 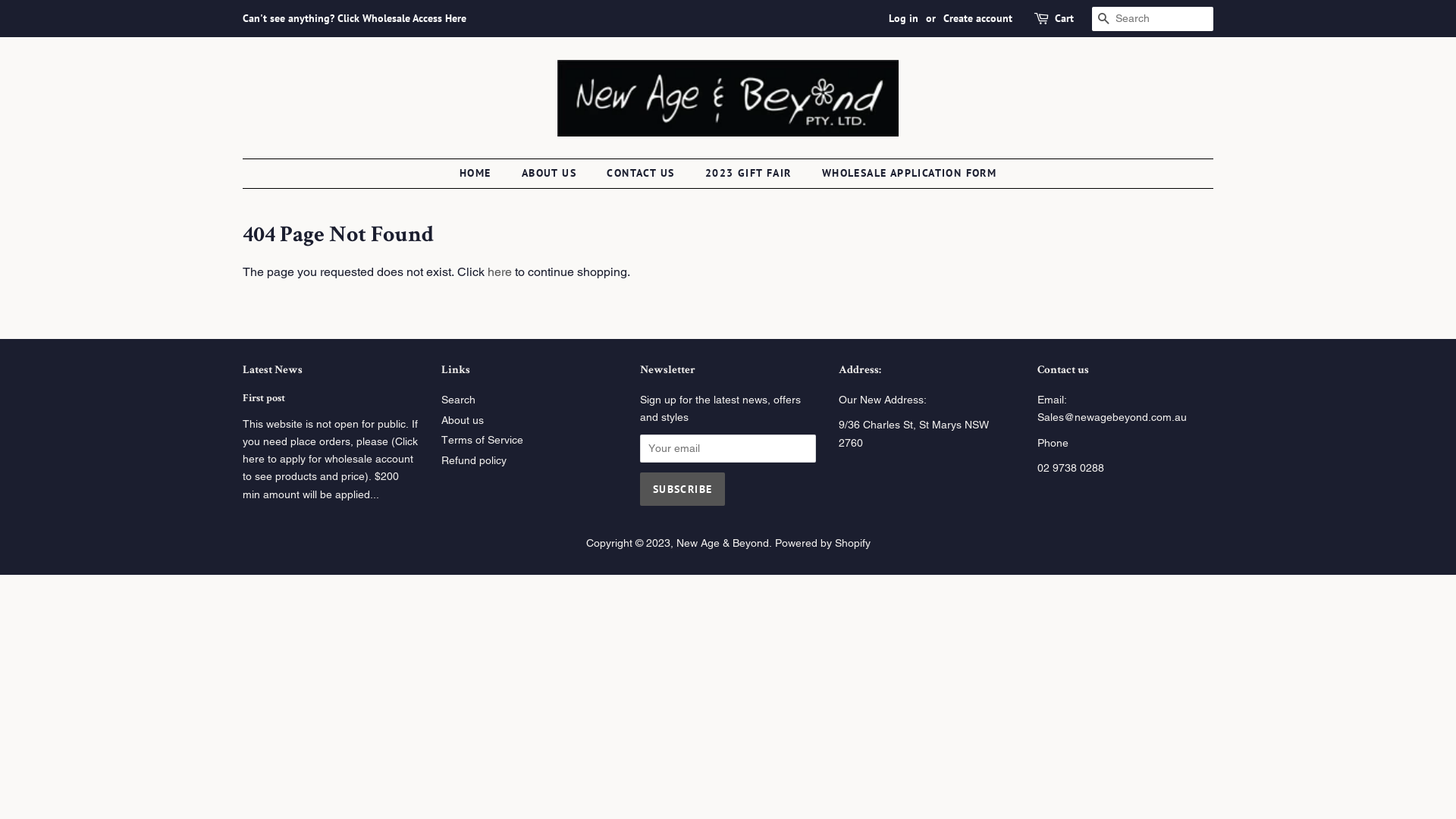 I want to click on '2023 GIFT FAIR', so click(x=750, y=172).